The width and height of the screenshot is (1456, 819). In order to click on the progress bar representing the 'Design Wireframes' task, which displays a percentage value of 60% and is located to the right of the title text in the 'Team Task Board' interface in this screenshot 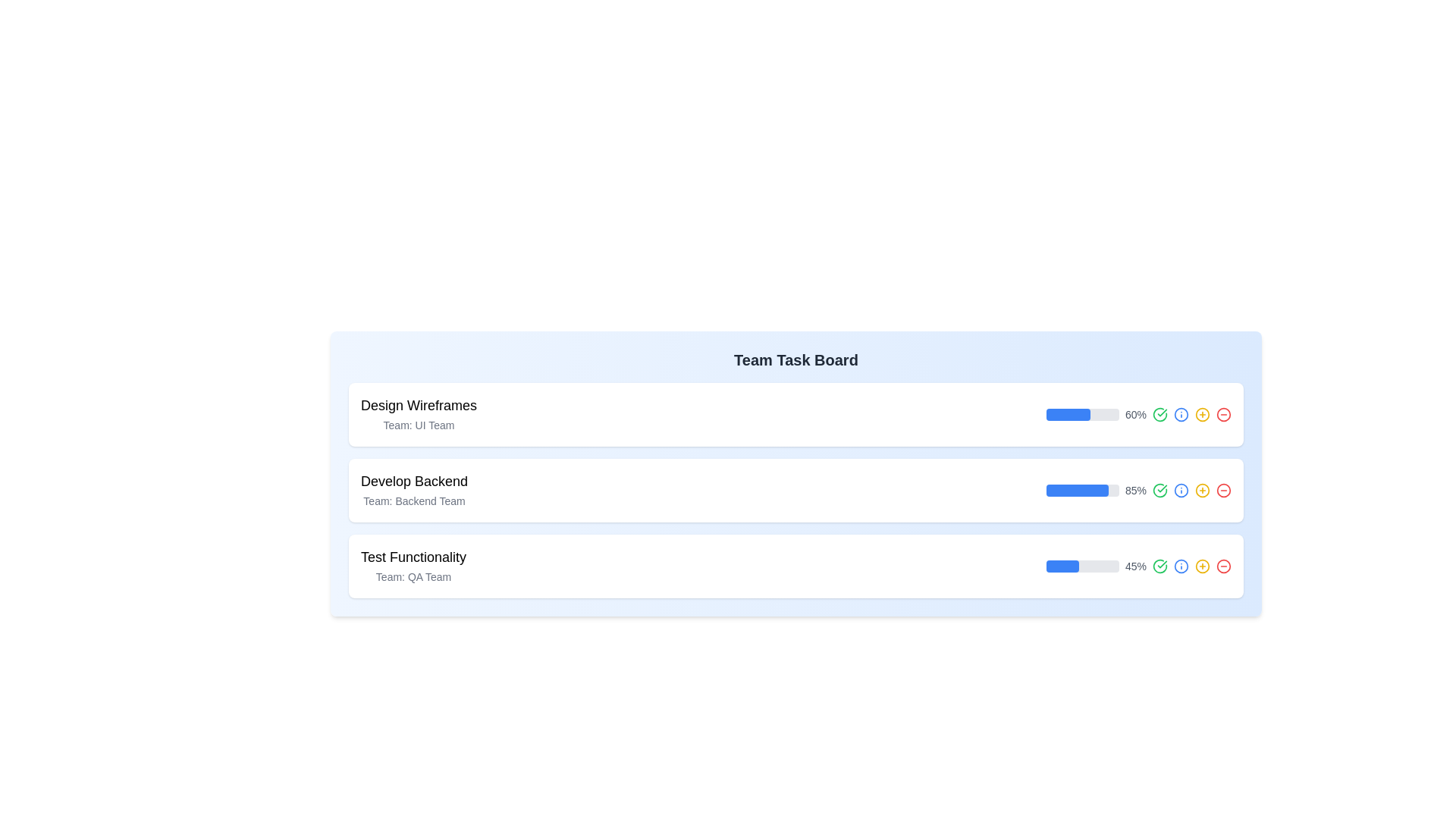, I will do `click(1139, 415)`.